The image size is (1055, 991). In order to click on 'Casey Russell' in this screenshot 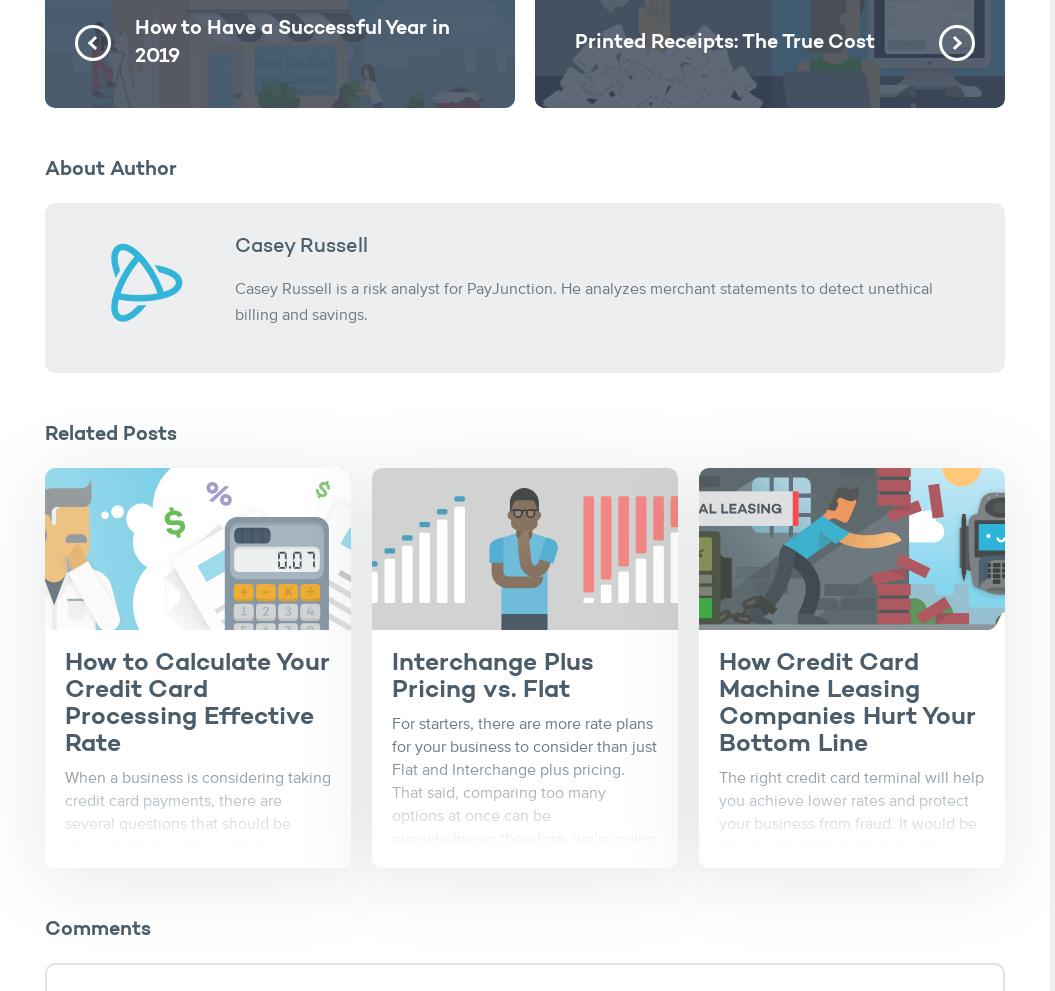, I will do `click(233, 246)`.